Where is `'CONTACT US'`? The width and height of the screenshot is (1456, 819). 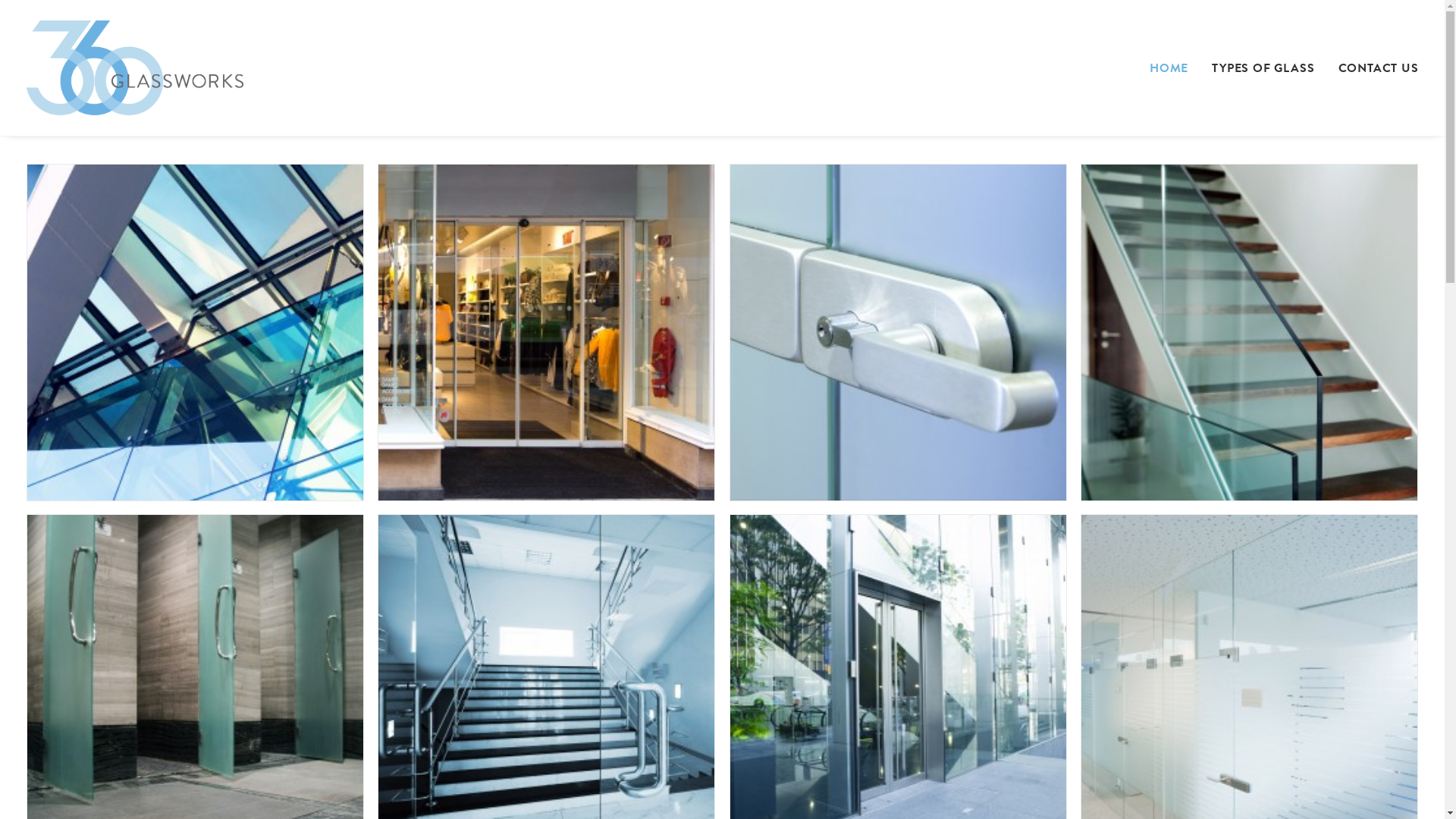 'CONTACT US' is located at coordinates (1372, 67).